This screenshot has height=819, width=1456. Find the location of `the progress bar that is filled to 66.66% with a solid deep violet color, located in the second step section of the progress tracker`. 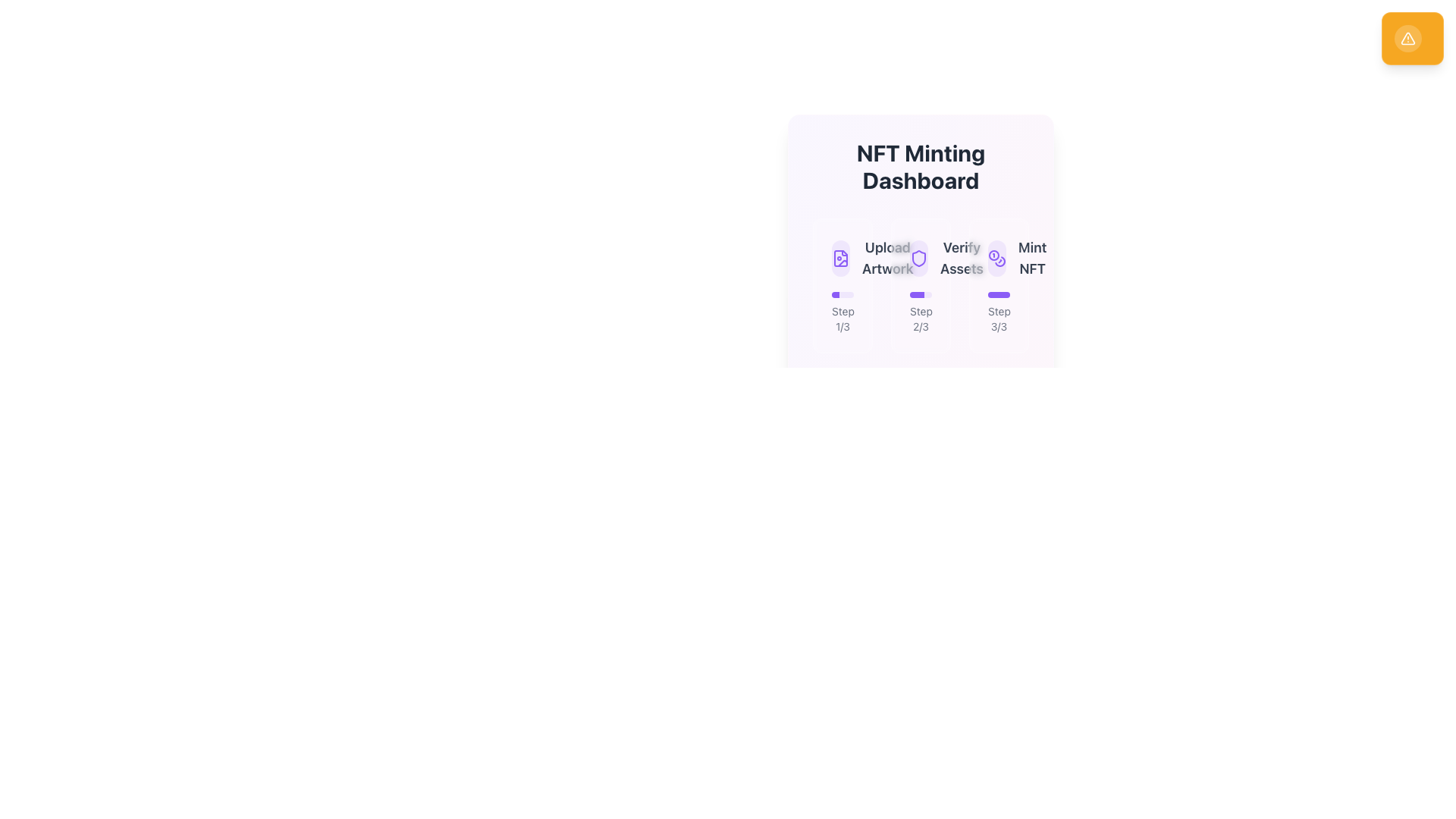

the progress bar that is filled to 66.66% with a solid deep violet color, located in the second step section of the progress tracker is located at coordinates (916, 295).